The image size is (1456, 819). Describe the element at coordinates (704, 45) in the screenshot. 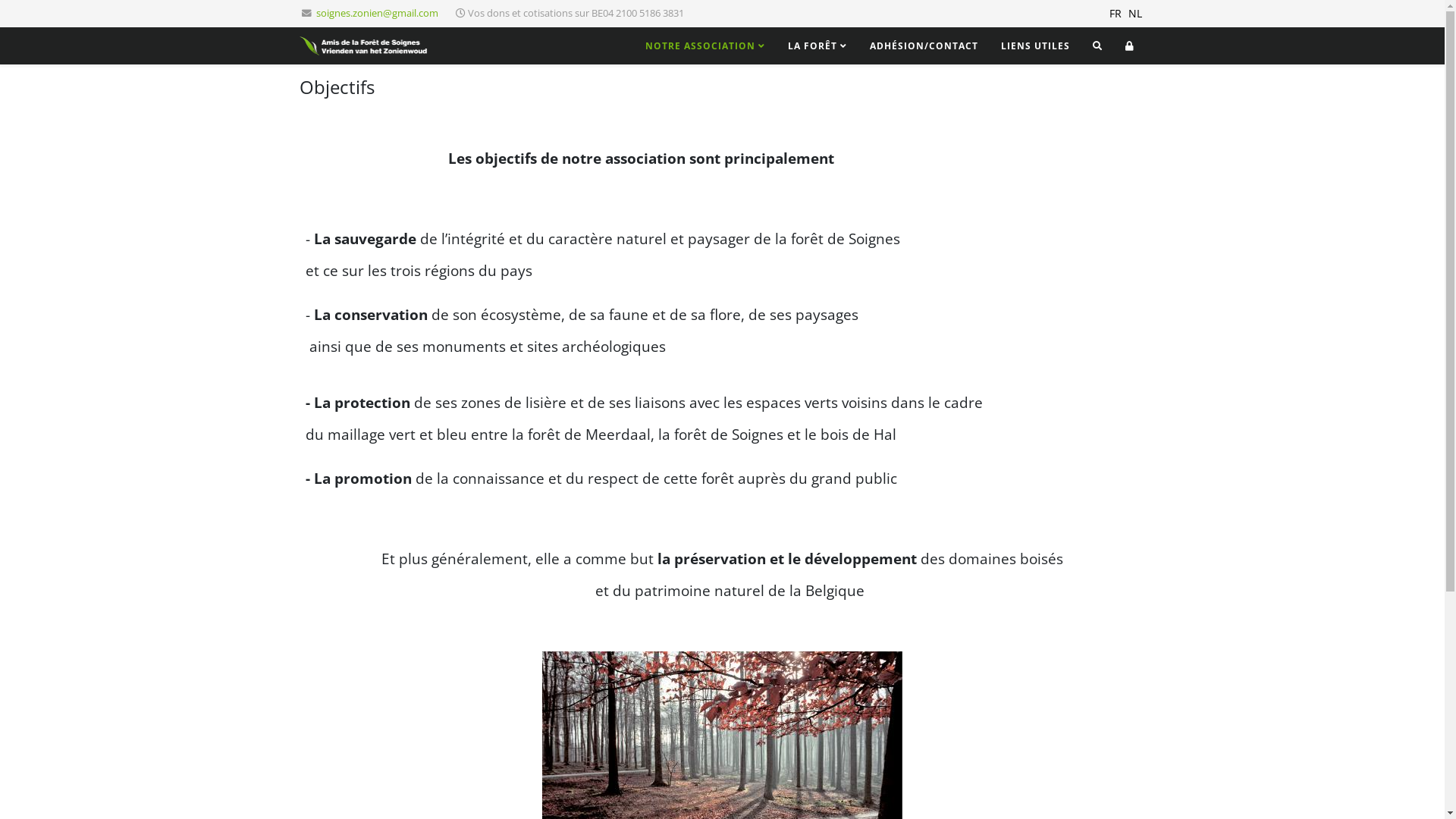

I see `'NOTRE ASSOCIATION'` at that location.